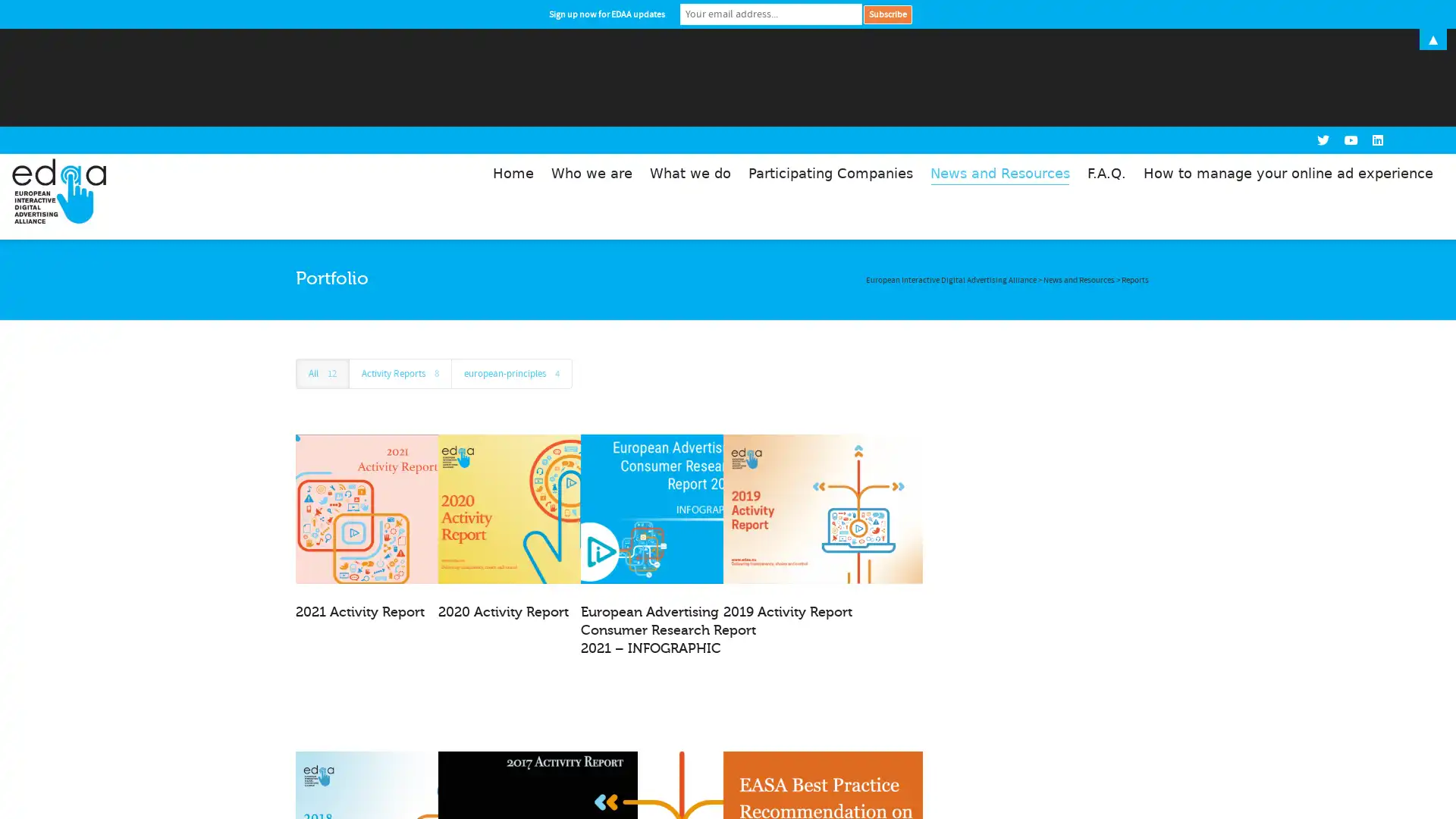 The height and width of the screenshot is (819, 1456). I want to click on Subscribe, so click(887, 14).